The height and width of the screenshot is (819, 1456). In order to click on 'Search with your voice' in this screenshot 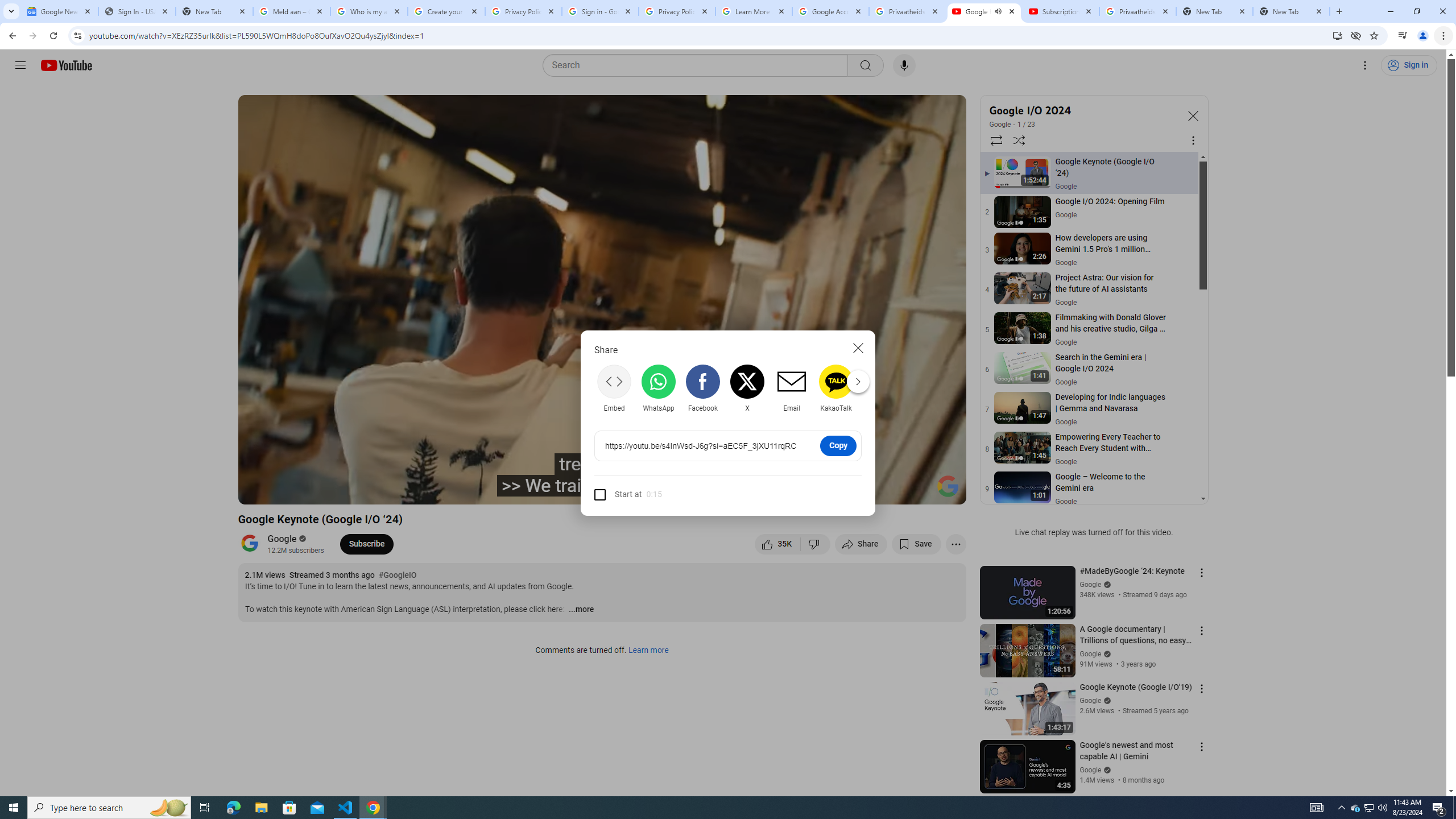, I will do `click(904, 65)`.